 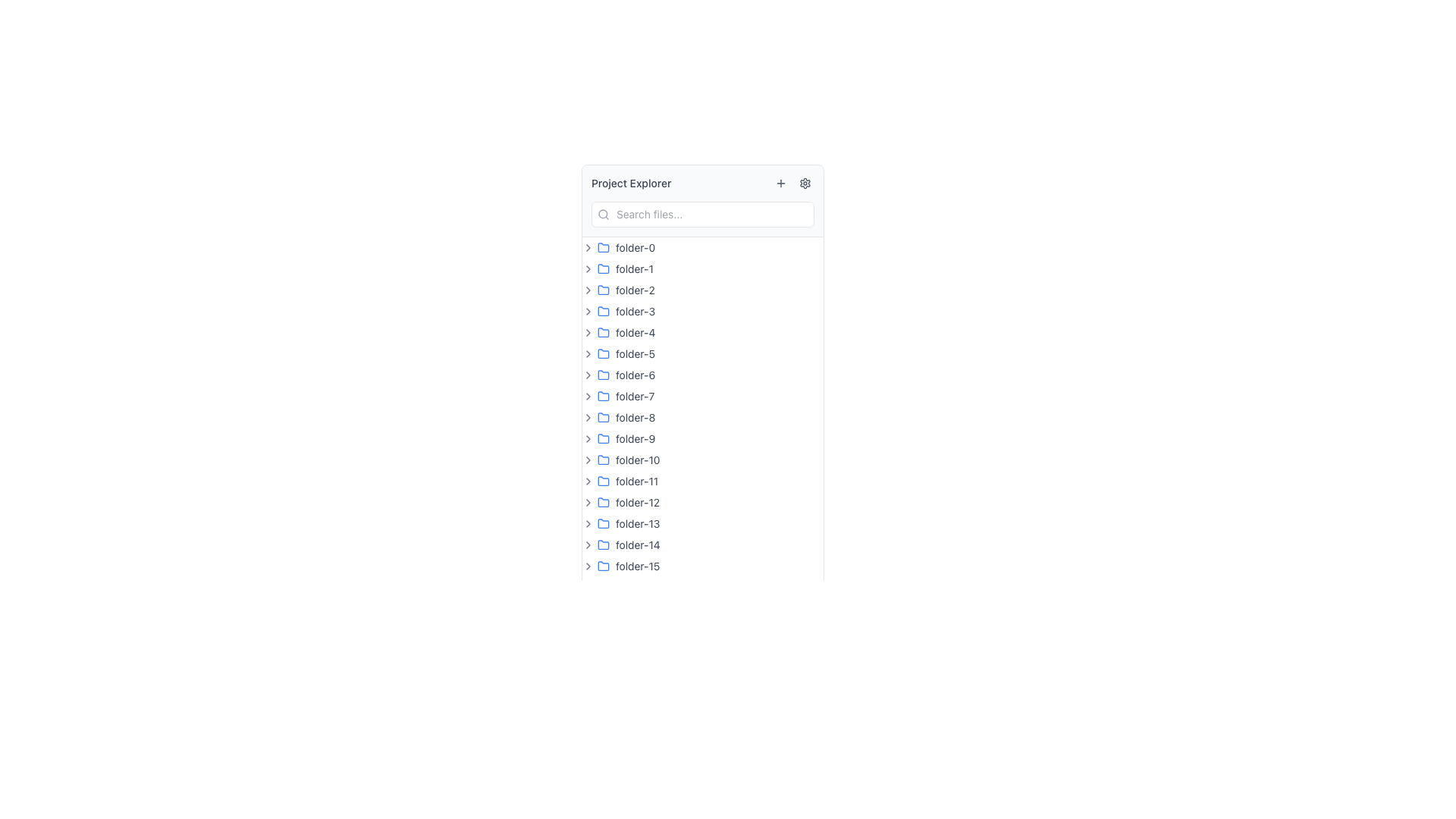 What do you see at coordinates (588, 438) in the screenshot?
I see `the button located to the left of the text 'folder-9'` at bounding box center [588, 438].